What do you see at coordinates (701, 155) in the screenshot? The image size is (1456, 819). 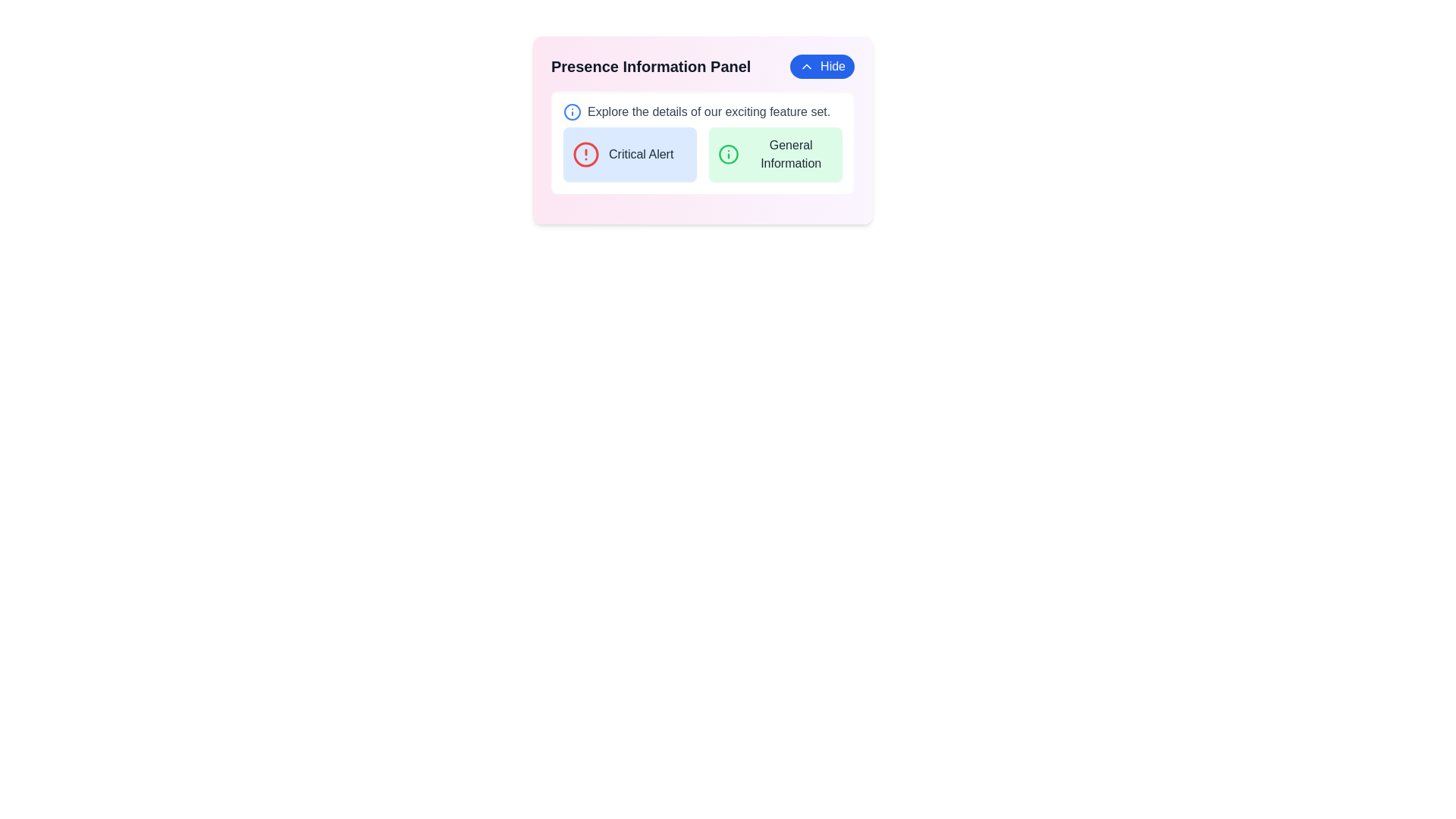 I see `the 'Critical Alert' and 'General Information' panels of the Grid-based item group for more information` at bounding box center [701, 155].